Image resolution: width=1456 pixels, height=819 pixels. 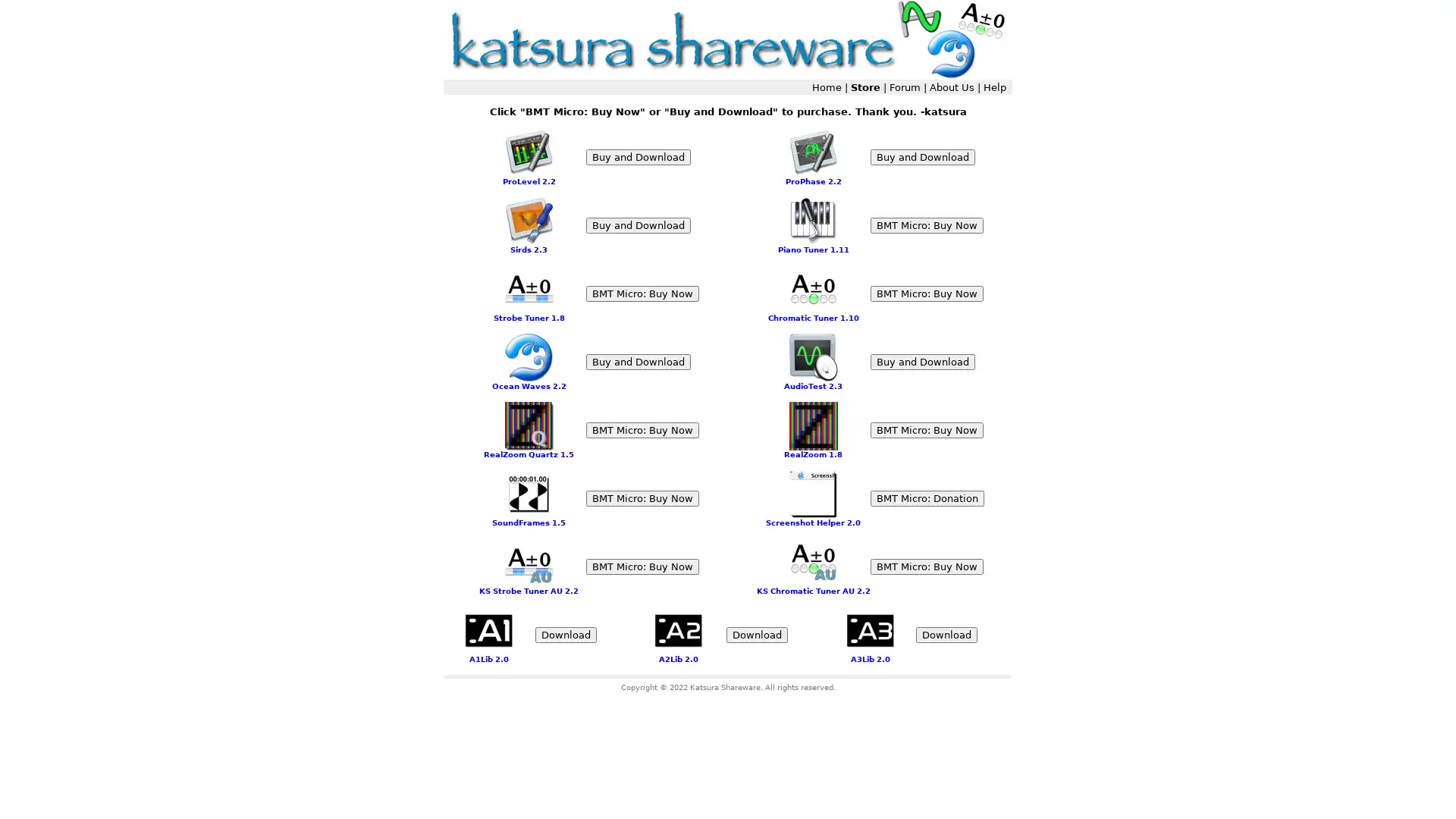 I want to click on Download, so click(x=946, y=635).